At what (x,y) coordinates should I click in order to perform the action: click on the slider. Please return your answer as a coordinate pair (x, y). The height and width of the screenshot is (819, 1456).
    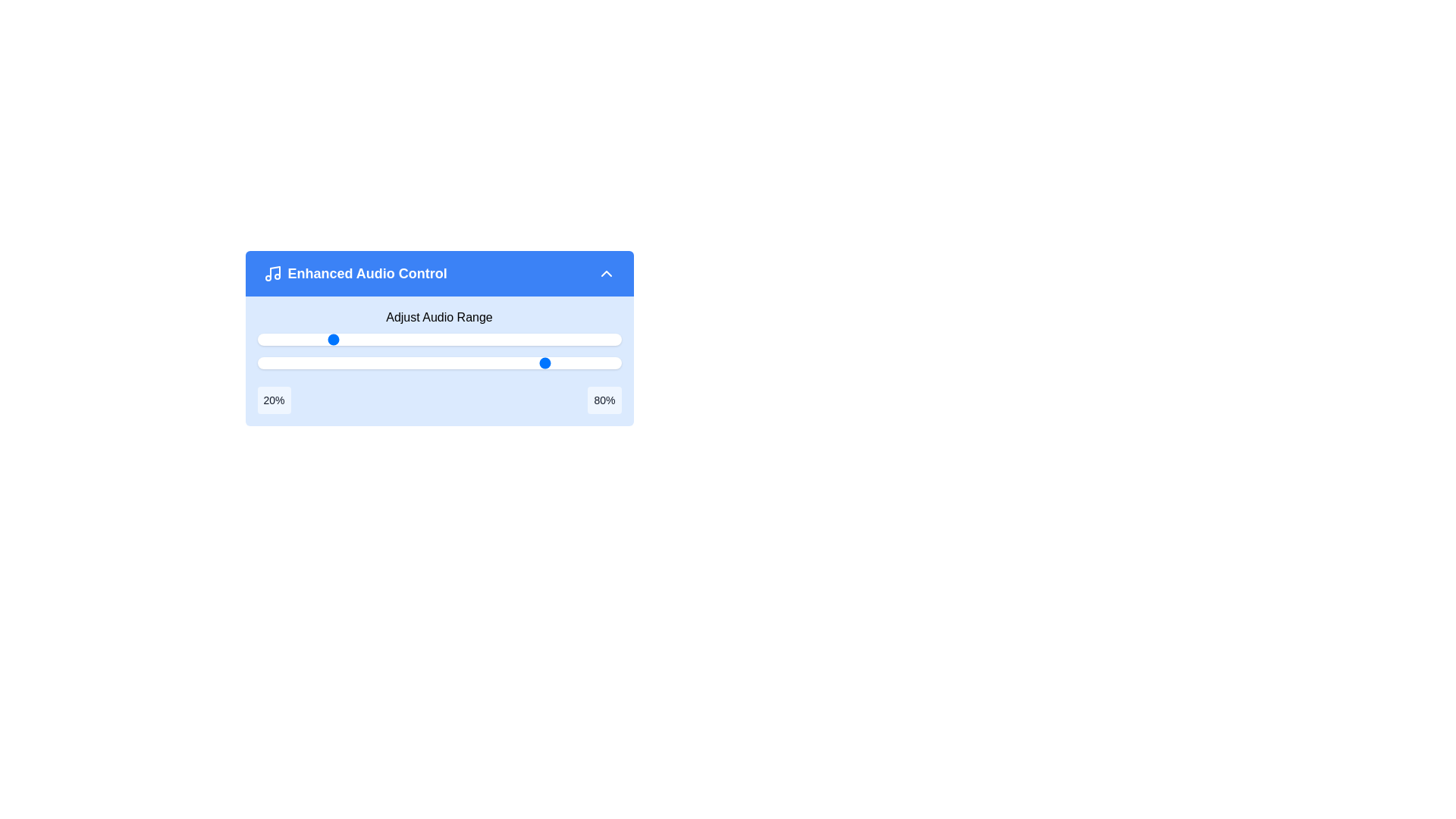
    Looking at the image, I should click on (301, 362).